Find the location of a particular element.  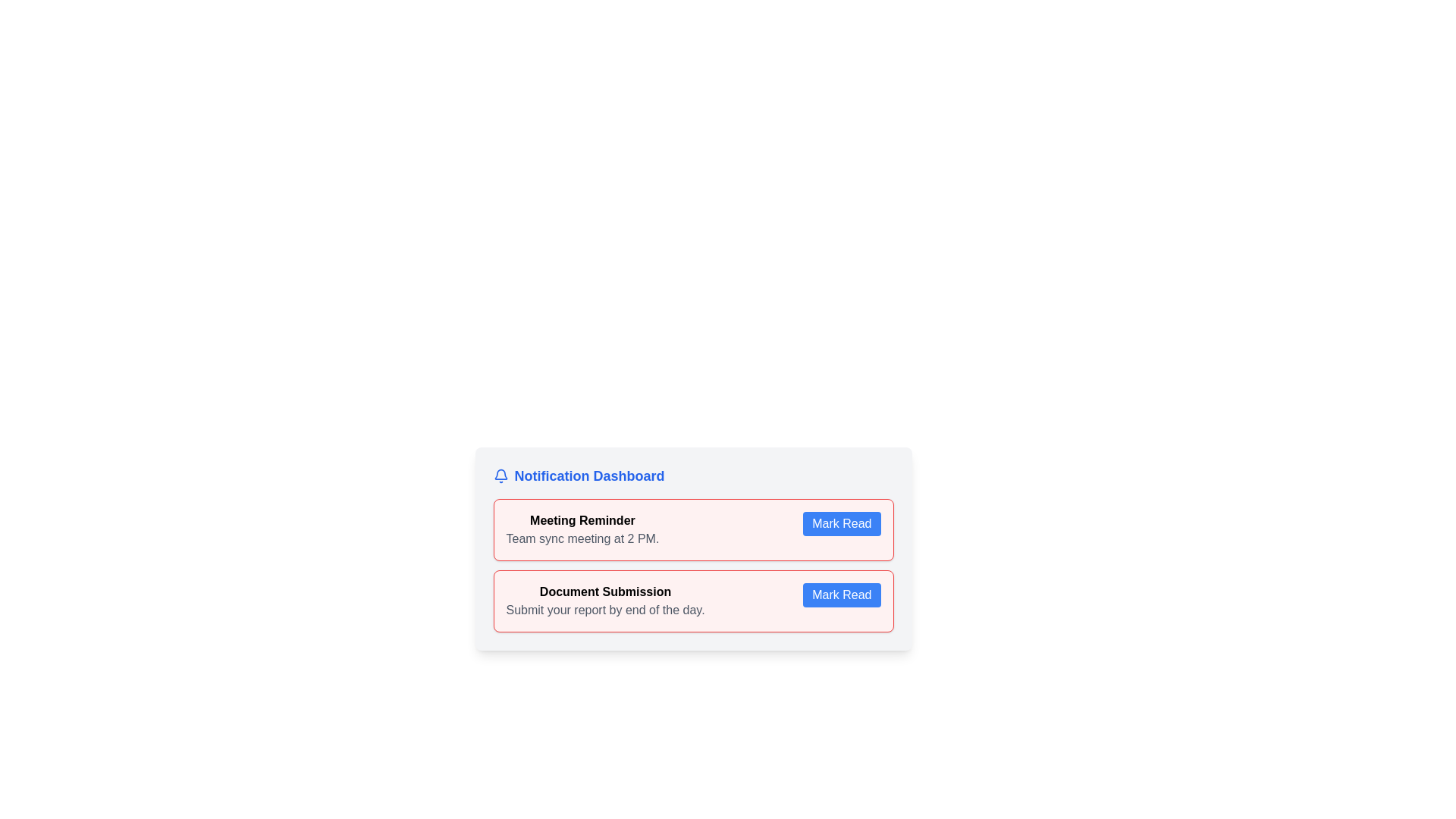

the text label providing details about the scheduled 'Team sync meeting at 2 PM.' located below 'Meeting Reminder' in the first notification box of the dashboard interface is located at coordinates (582, 538).